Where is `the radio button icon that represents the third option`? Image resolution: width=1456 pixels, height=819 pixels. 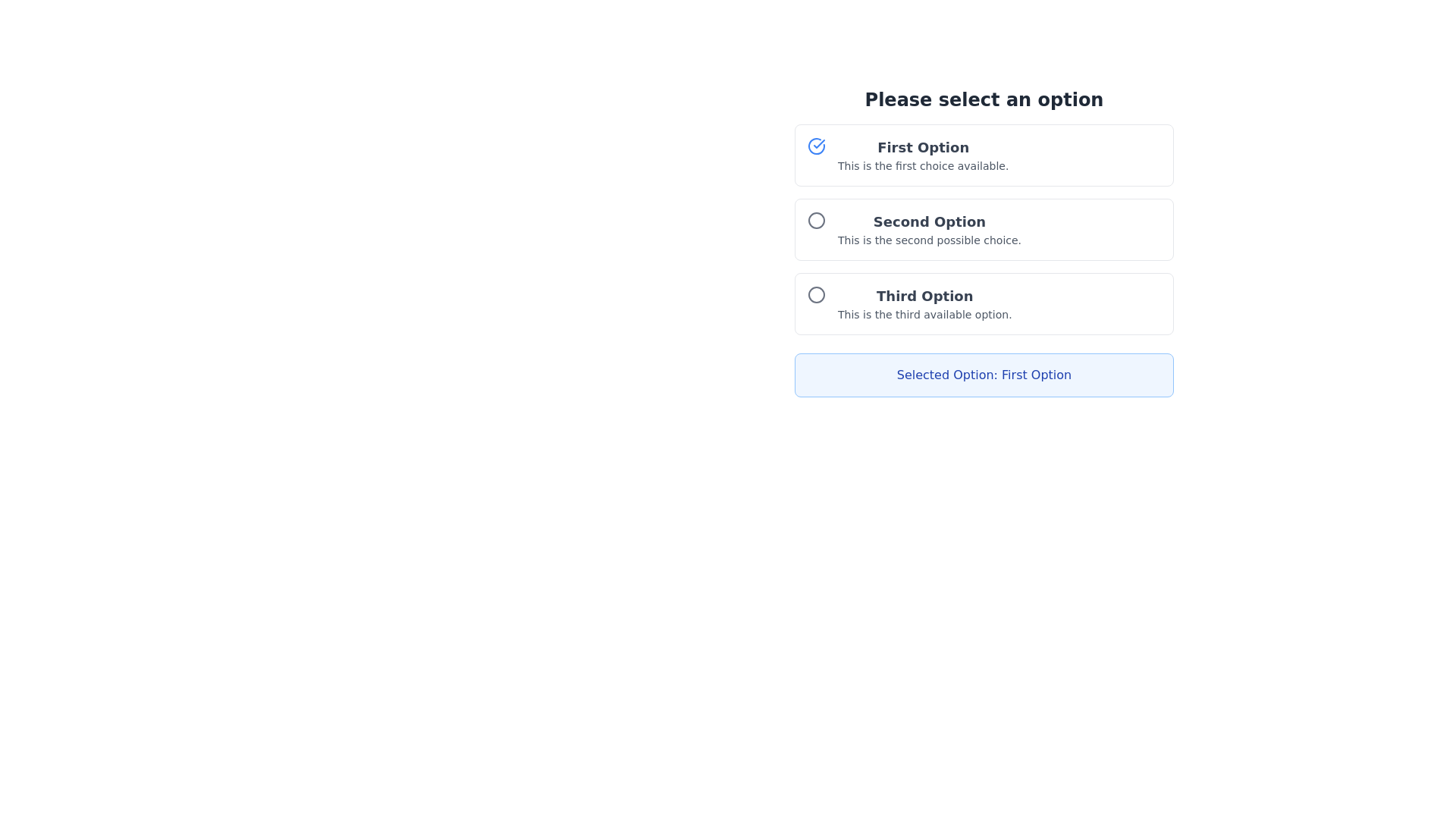
the radio button icon that represents the third option is located at coordinates (815, 304).